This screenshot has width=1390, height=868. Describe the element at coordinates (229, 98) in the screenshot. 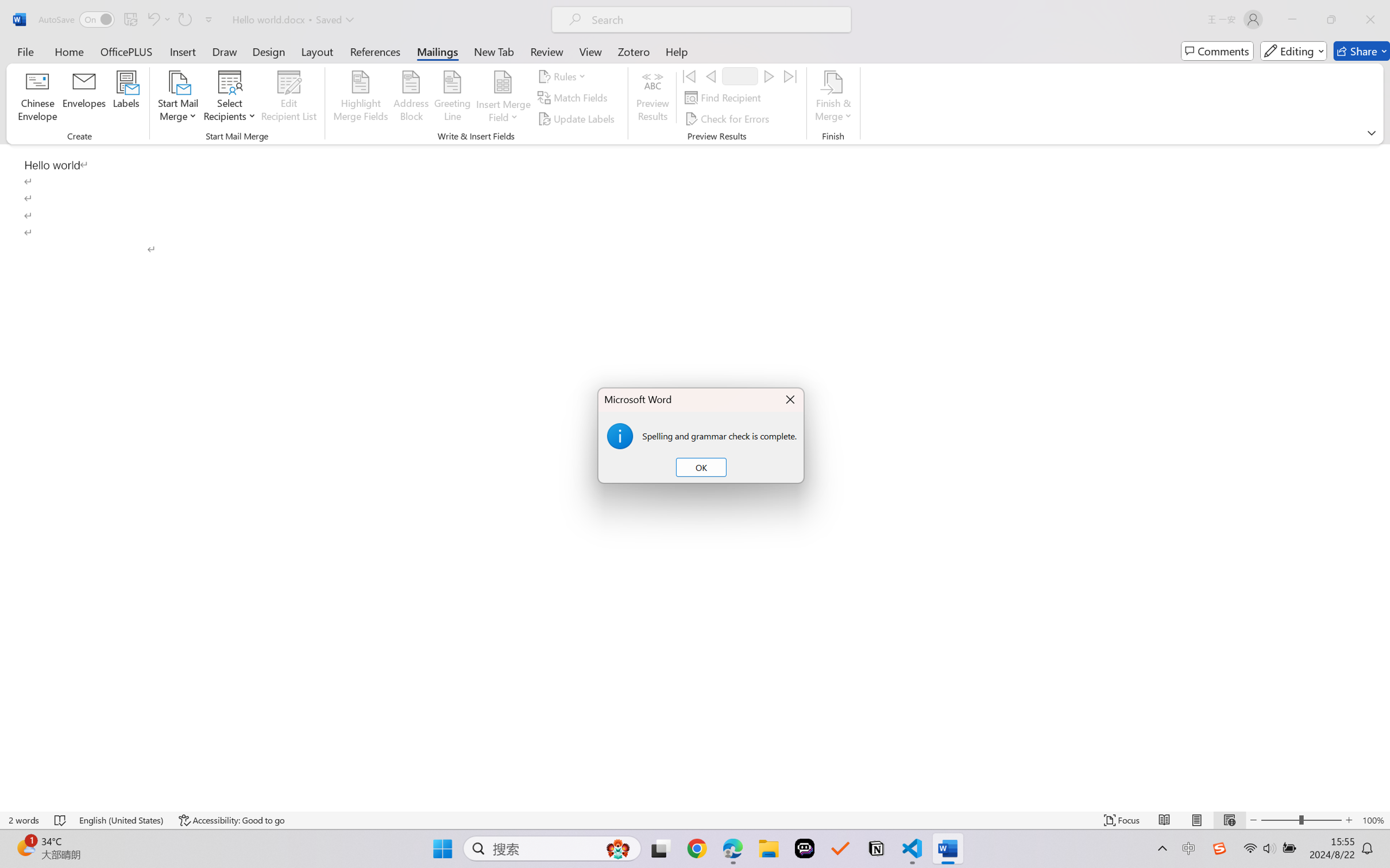

I see `'Select Recipients'` at that location.